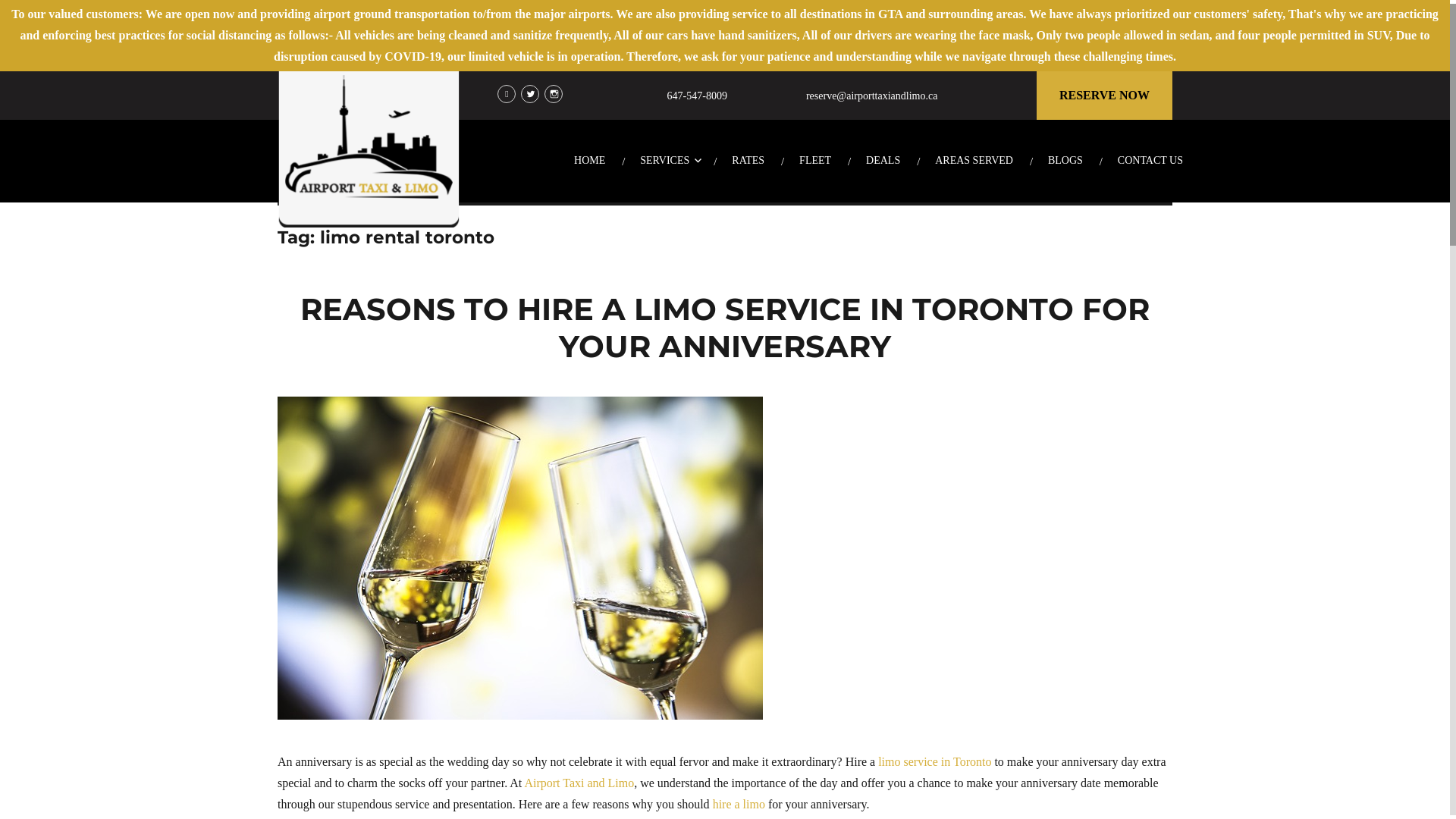  Describe the element at coordinates (667, 161) in the screenshot. I see `'SERVICES'` at that location.